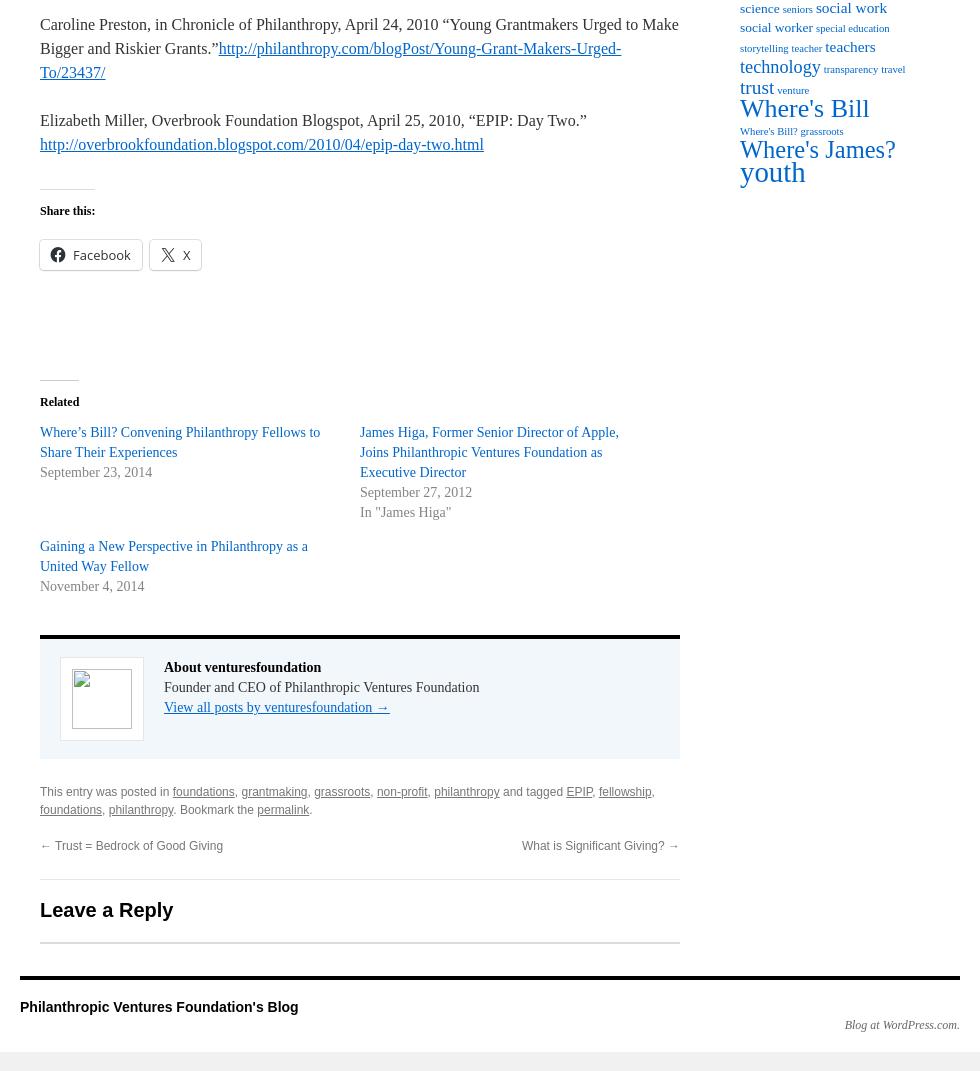  What do you see at coordinates (843, 1024) in the screenshot?
I see `'Blog at WordPress.com.'` at bounding box center [843, 1024].